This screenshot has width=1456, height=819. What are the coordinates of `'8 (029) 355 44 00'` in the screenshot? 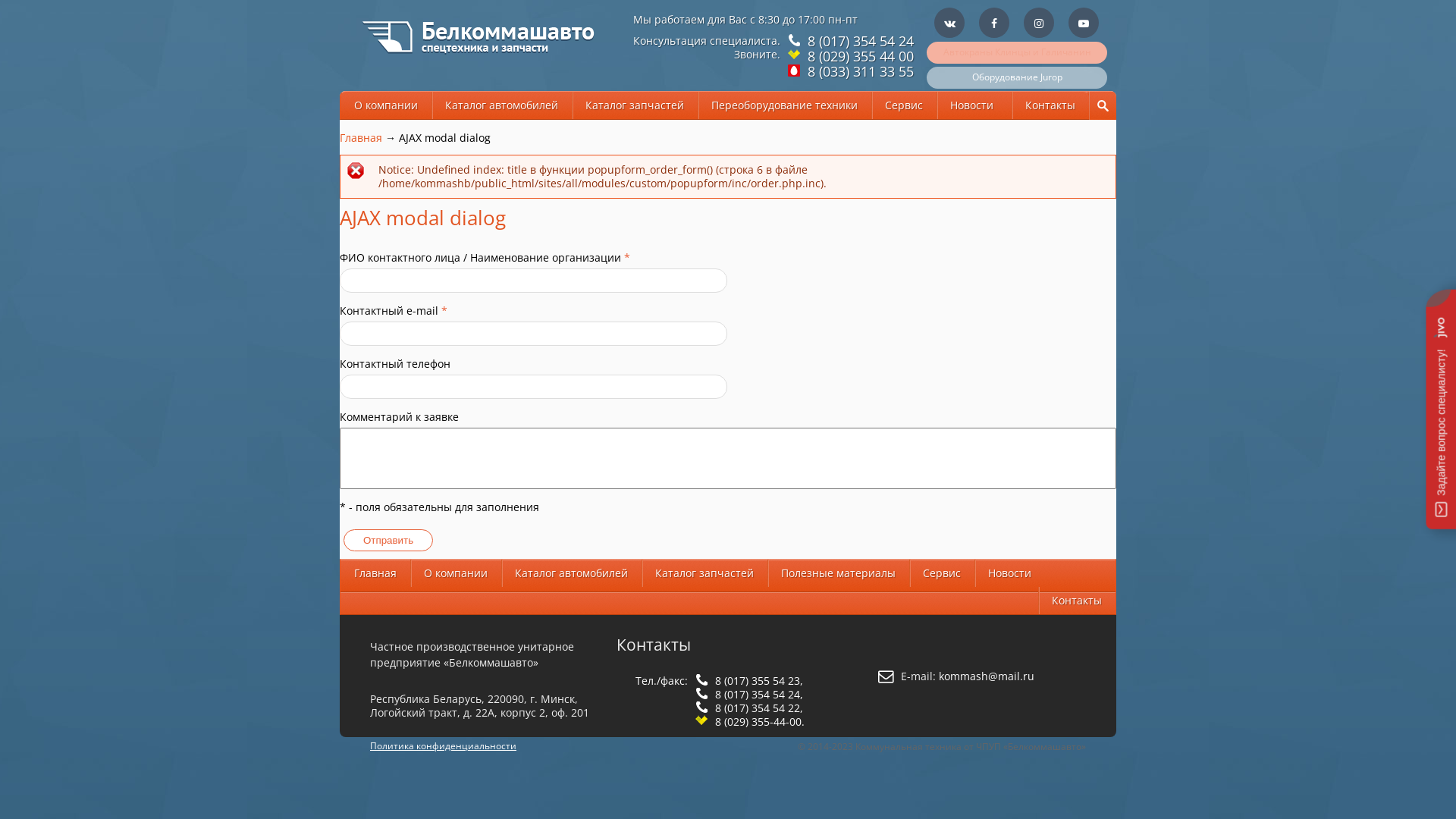 It's located at (858, 55).